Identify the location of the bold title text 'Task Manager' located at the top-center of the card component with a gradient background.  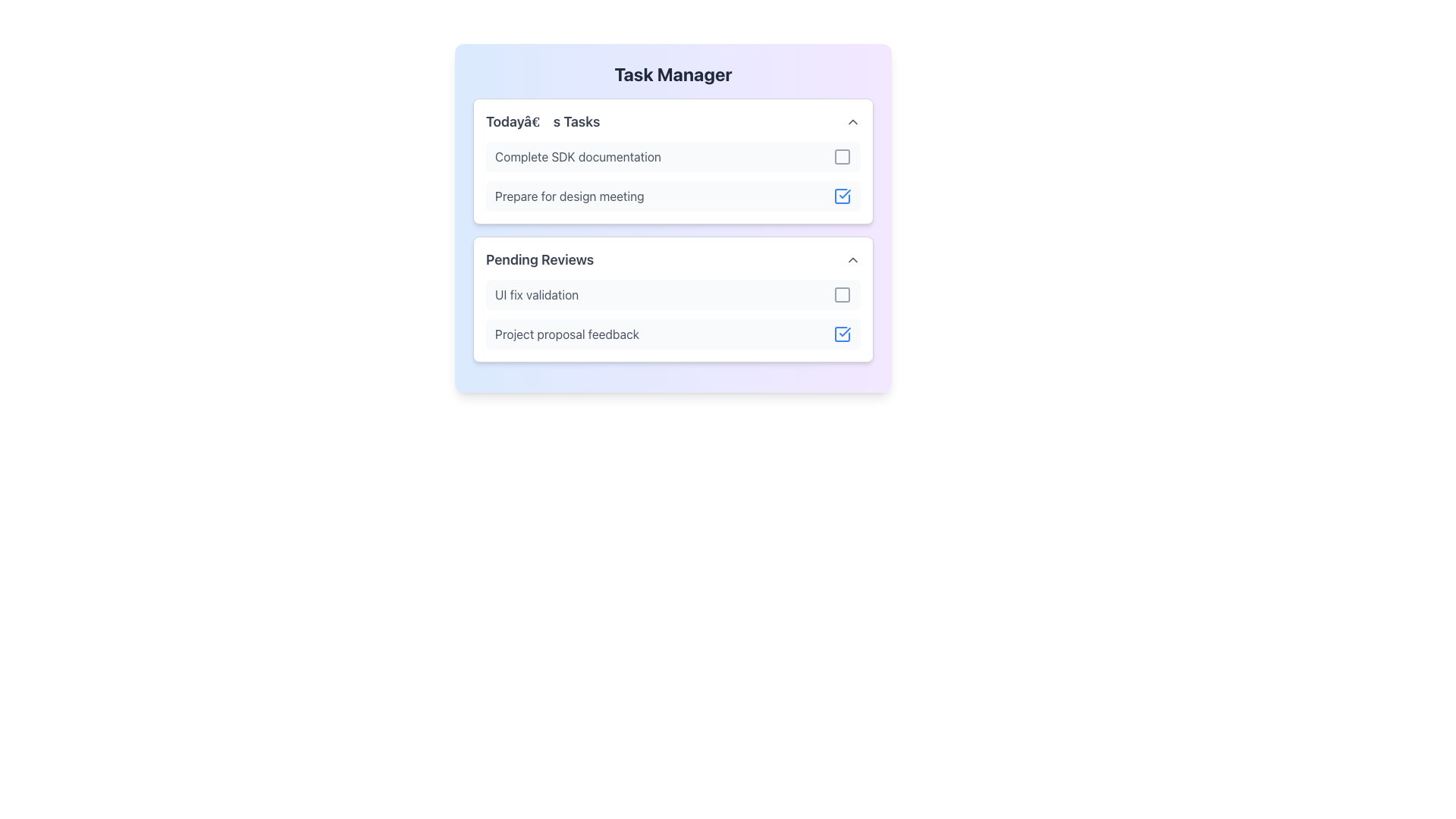
(673, 74).